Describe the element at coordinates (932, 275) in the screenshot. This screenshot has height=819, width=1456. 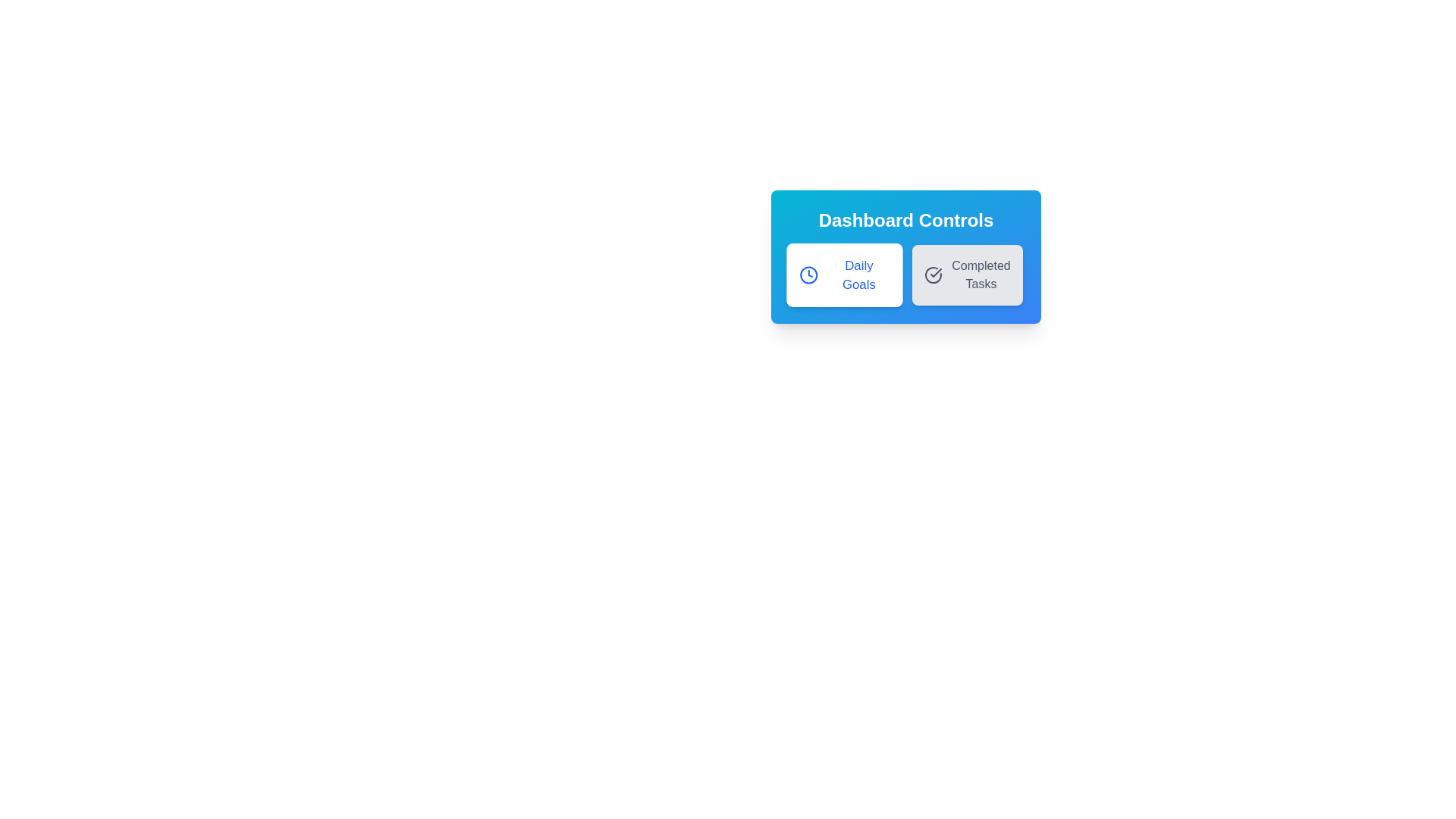
I see `the circular check icon with a checkmark inside, which is positioned to the left of the 'Completed Tasks' button` at that location.